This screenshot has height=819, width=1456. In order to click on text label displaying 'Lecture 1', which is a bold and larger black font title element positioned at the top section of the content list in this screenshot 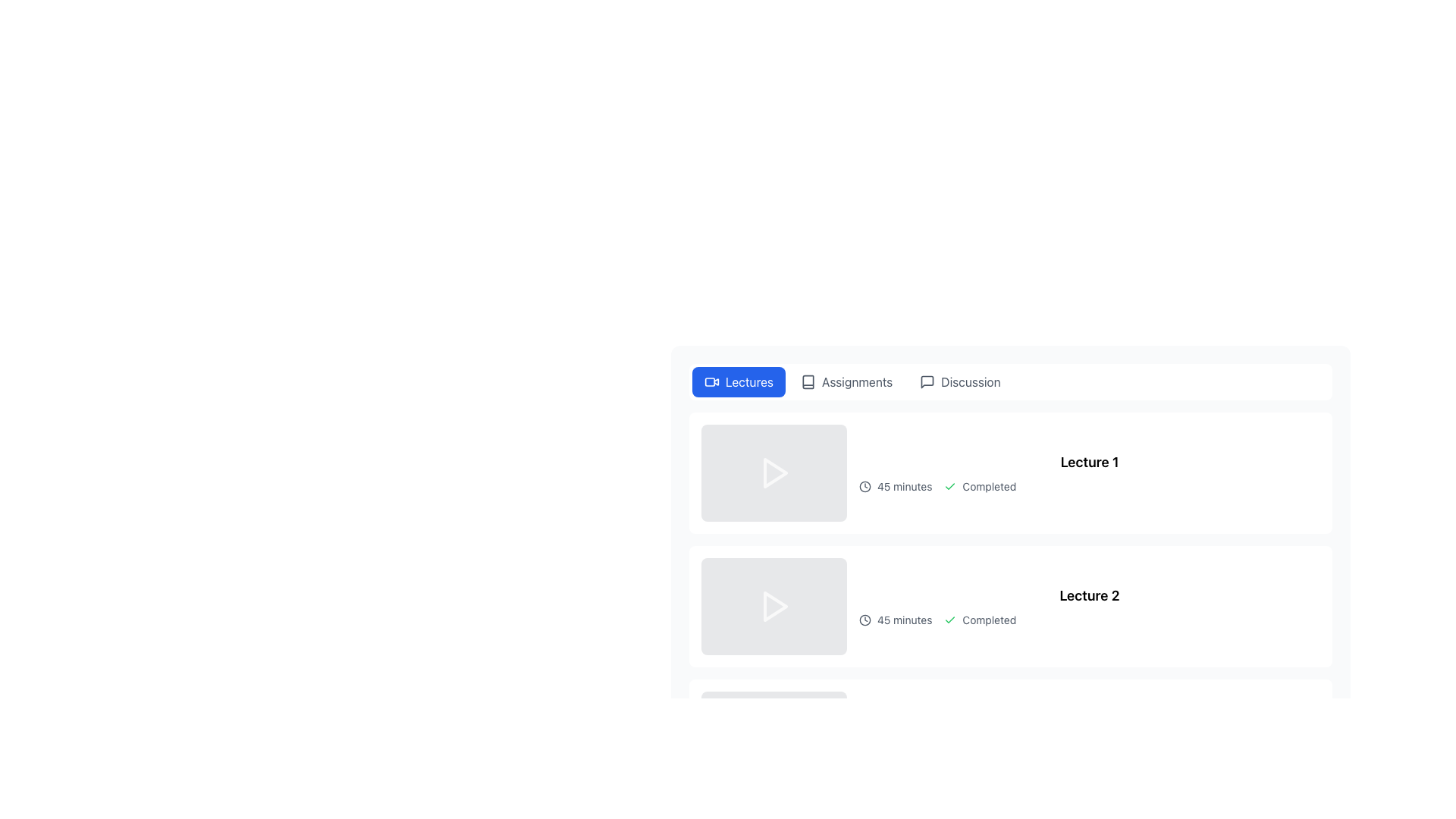, I will do `click(1088, 461)`.